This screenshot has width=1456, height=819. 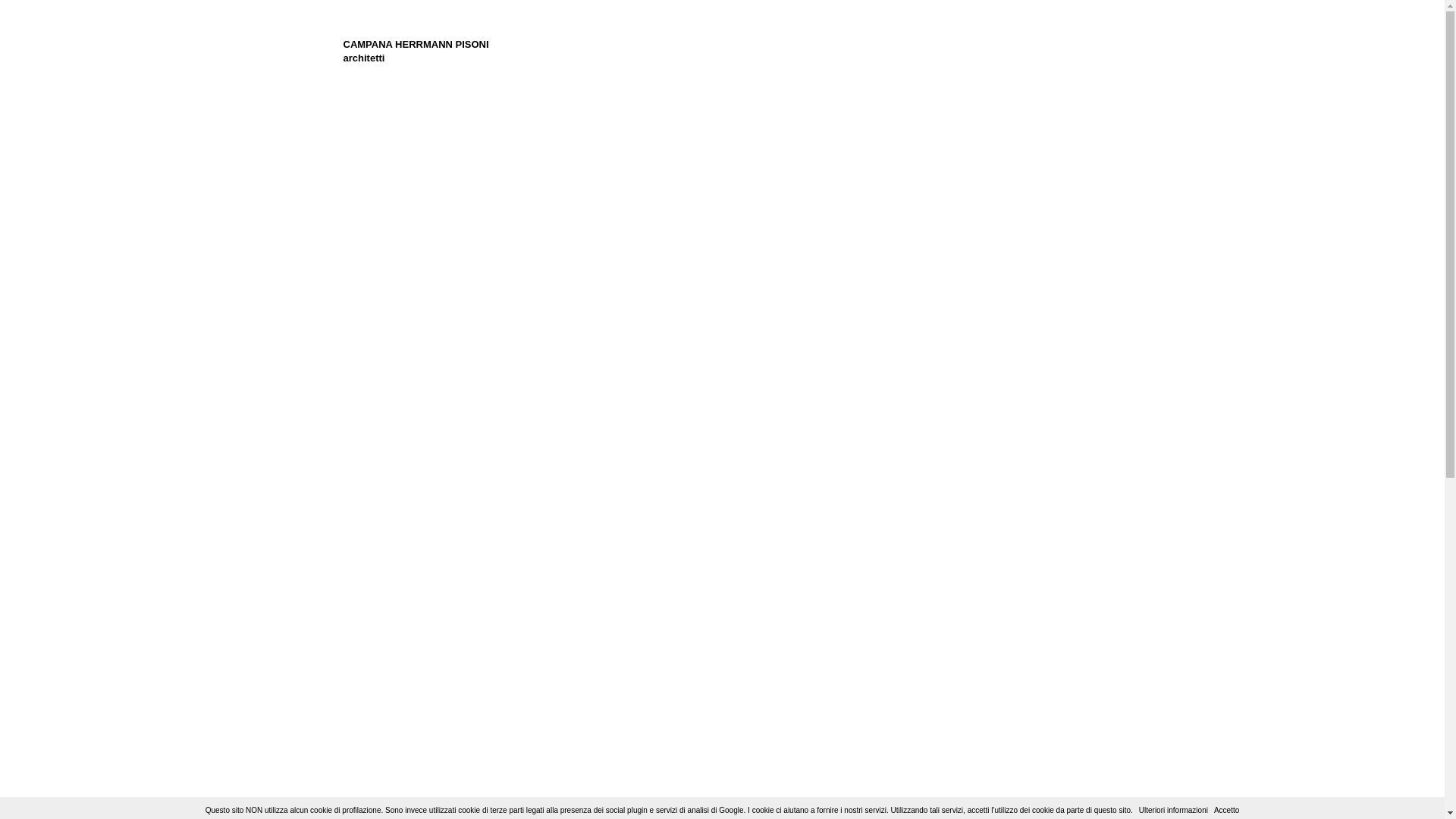 I want to click on 'Accetto', so click(x=1214, y=809).